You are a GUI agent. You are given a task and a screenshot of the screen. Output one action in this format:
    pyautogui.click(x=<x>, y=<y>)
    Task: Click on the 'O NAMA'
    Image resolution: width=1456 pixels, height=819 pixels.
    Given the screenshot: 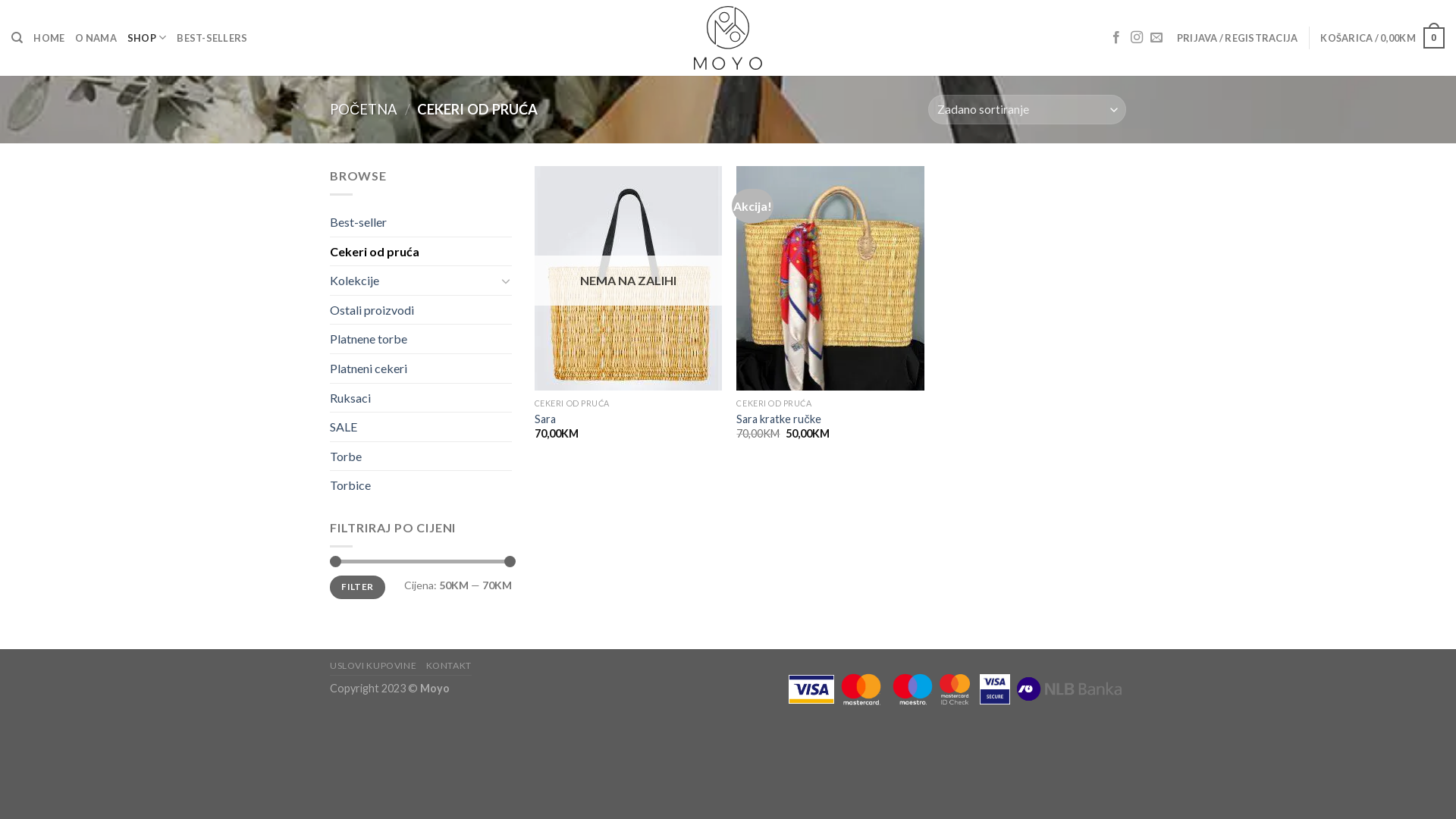 What is the action you would take?
    pyautogui.click(x=95, y=37)
    